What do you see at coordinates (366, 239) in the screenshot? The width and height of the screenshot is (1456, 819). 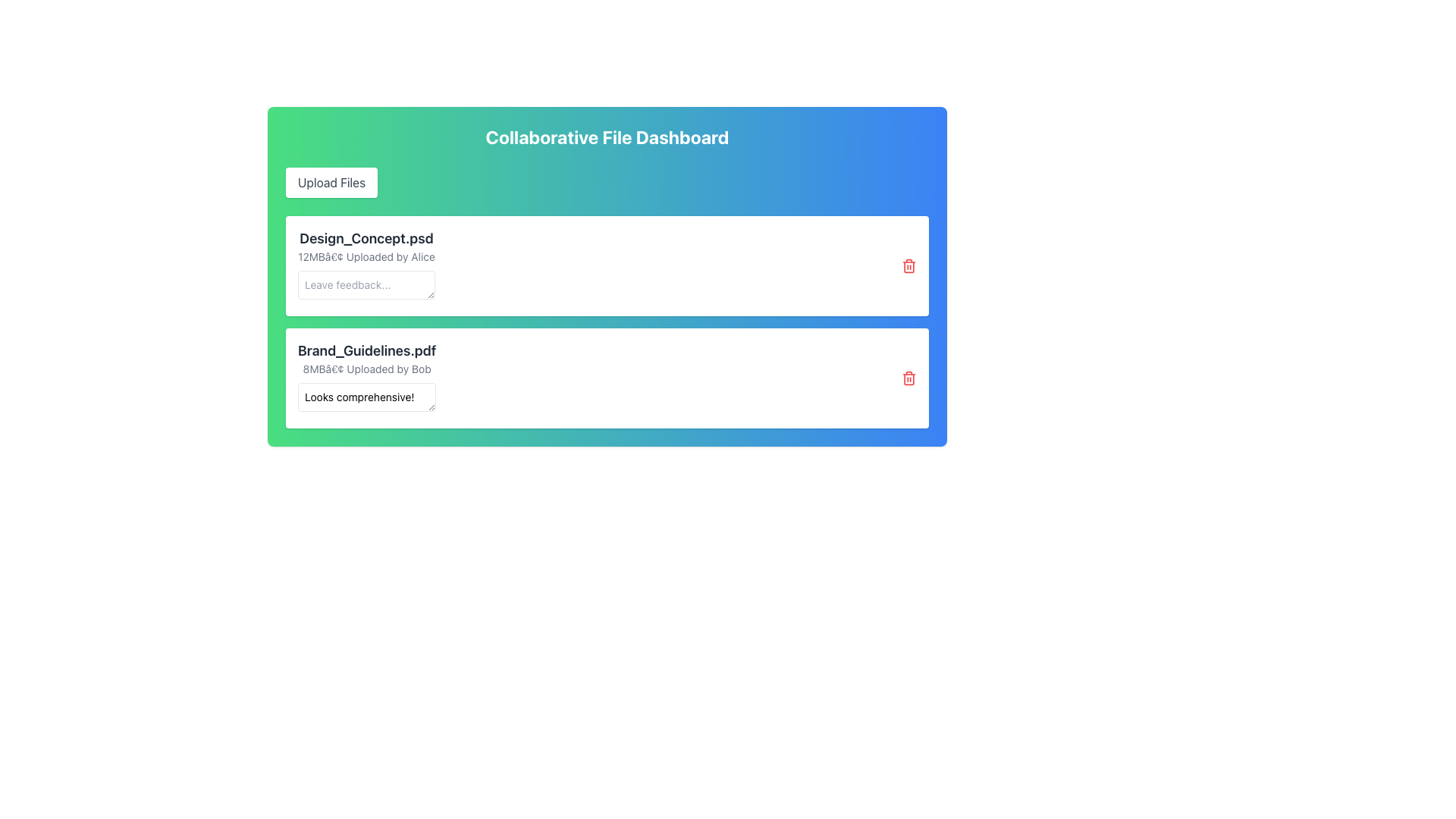 I see `text label that serves as the title of the file presented in the card, located at the center of the dashboard above the file details` at bounding box center [366, 239].